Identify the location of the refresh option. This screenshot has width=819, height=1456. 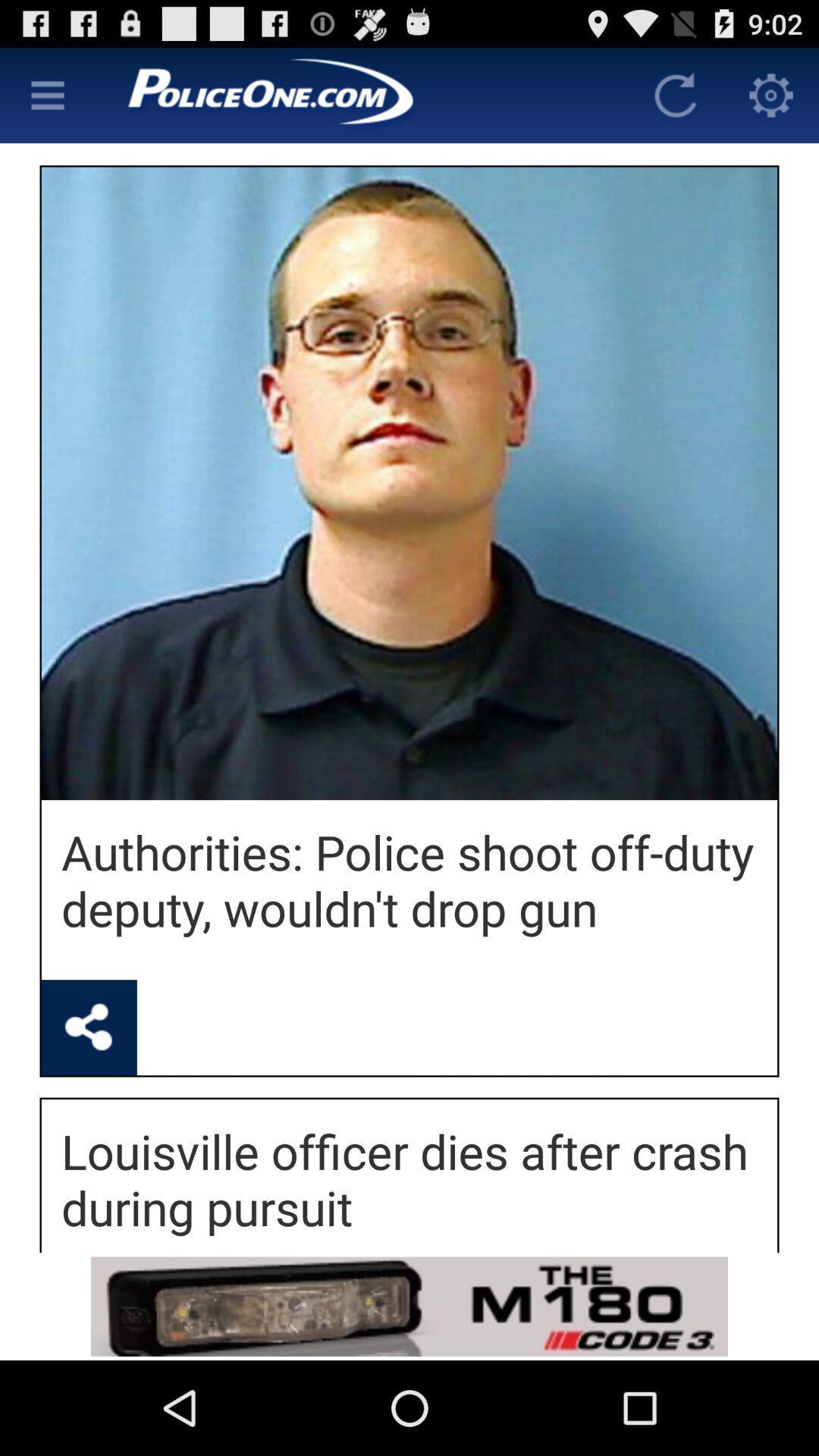
(675, 94).